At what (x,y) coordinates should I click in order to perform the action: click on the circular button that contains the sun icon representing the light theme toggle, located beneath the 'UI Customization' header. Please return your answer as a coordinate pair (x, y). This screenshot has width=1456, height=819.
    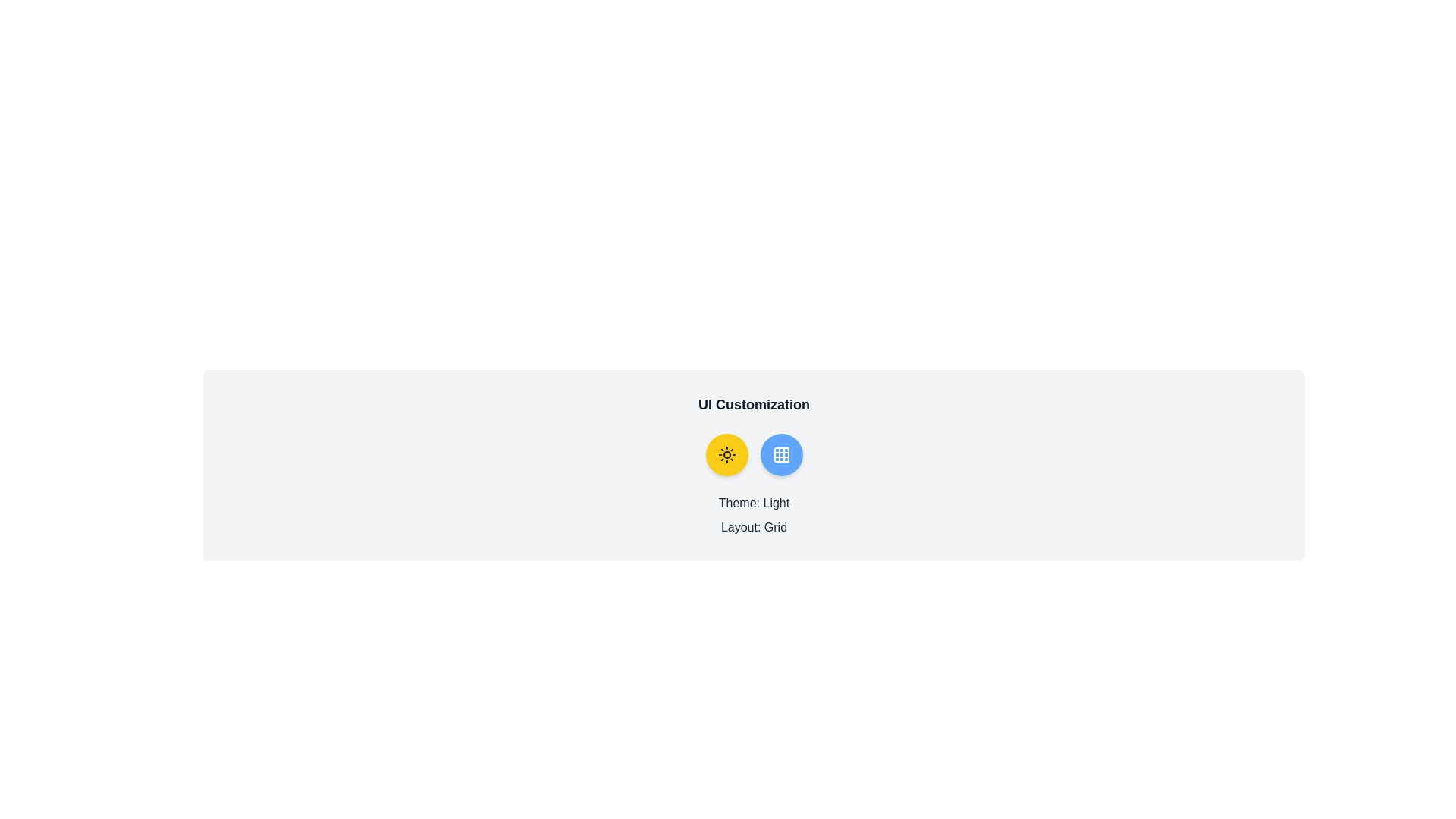
    Looking at the image, I should click on (726, 454).